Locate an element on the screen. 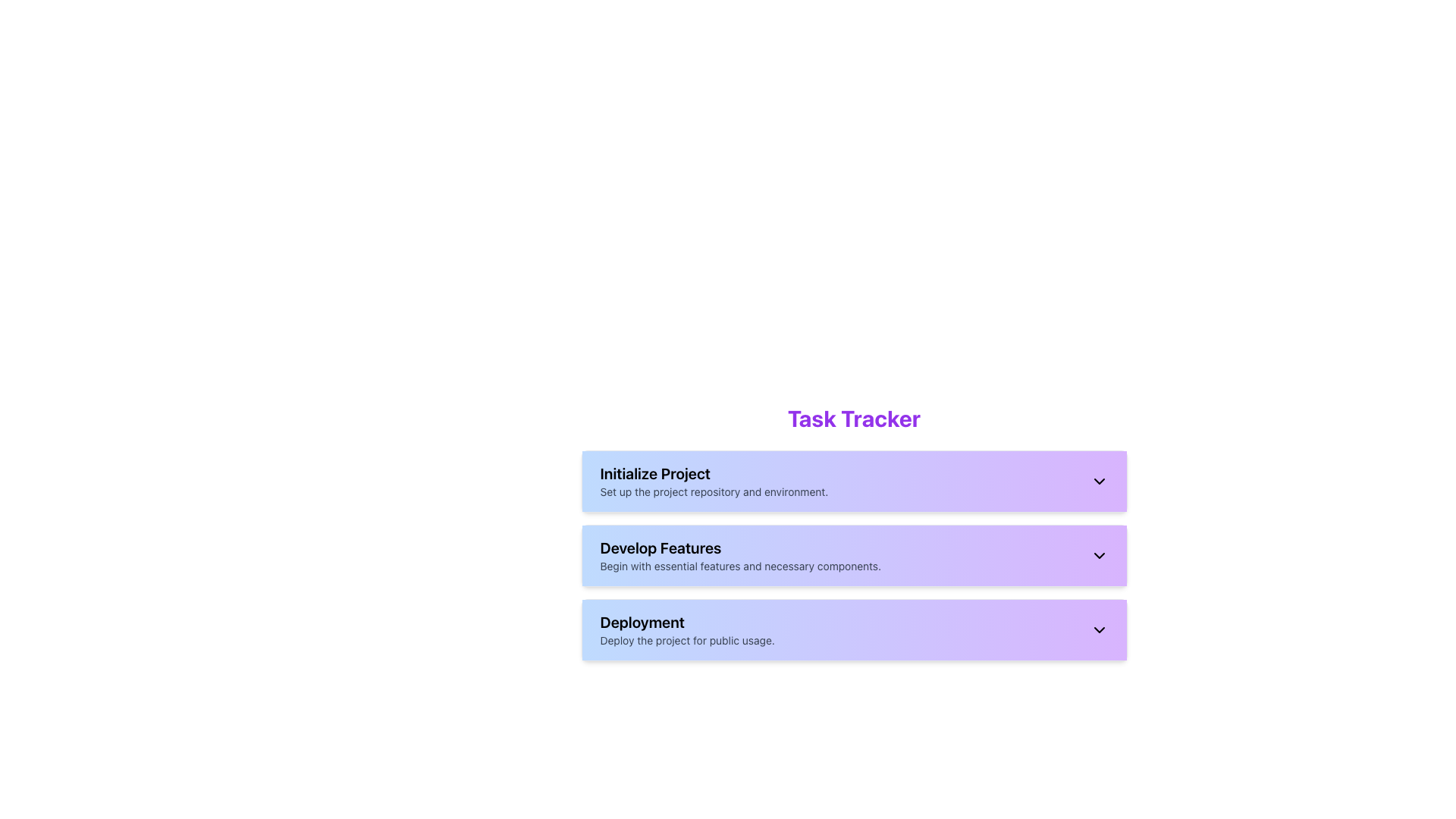 The height and width of the screenshot is (819, 1456). the third button in the vertical list, which allows interaction with the 'Deployment' function is located at coordinates (854, 629).